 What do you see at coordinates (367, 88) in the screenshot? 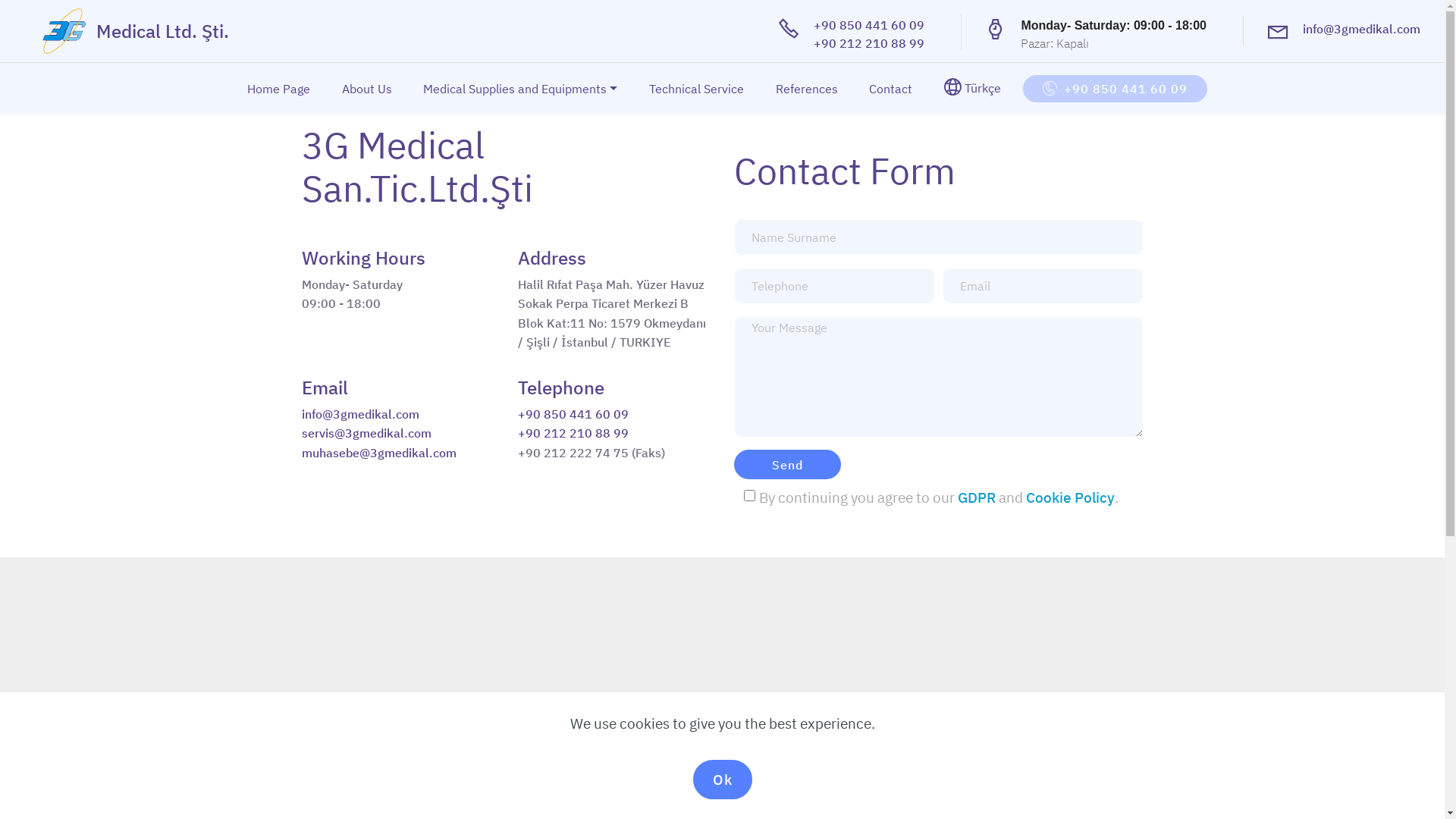
I see `'About Us'` at bounding box center [367, 88].